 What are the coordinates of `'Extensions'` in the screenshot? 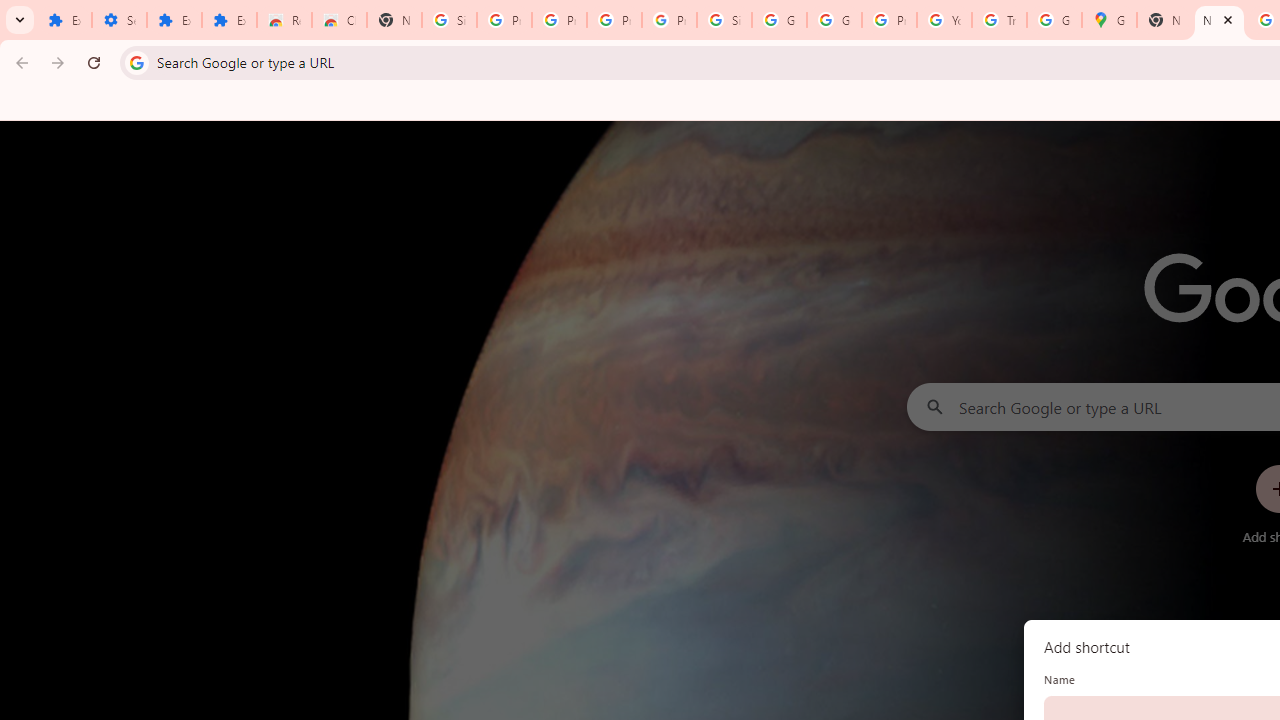 It's located at (174, 20).